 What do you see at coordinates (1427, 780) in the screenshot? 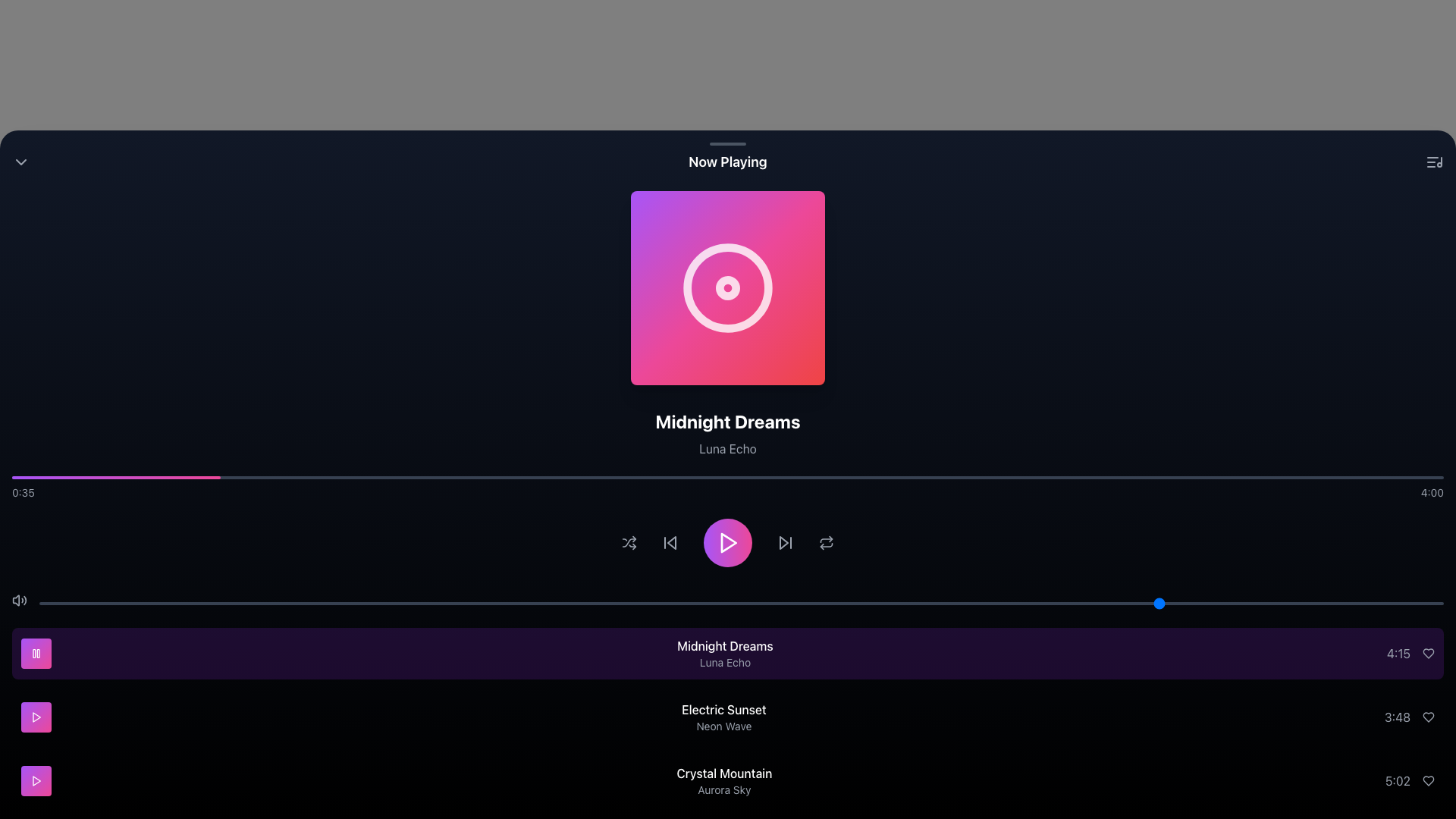
I see `the interactive heart-shaped icon at the end of the song list` at bounding box center [1427, 780].